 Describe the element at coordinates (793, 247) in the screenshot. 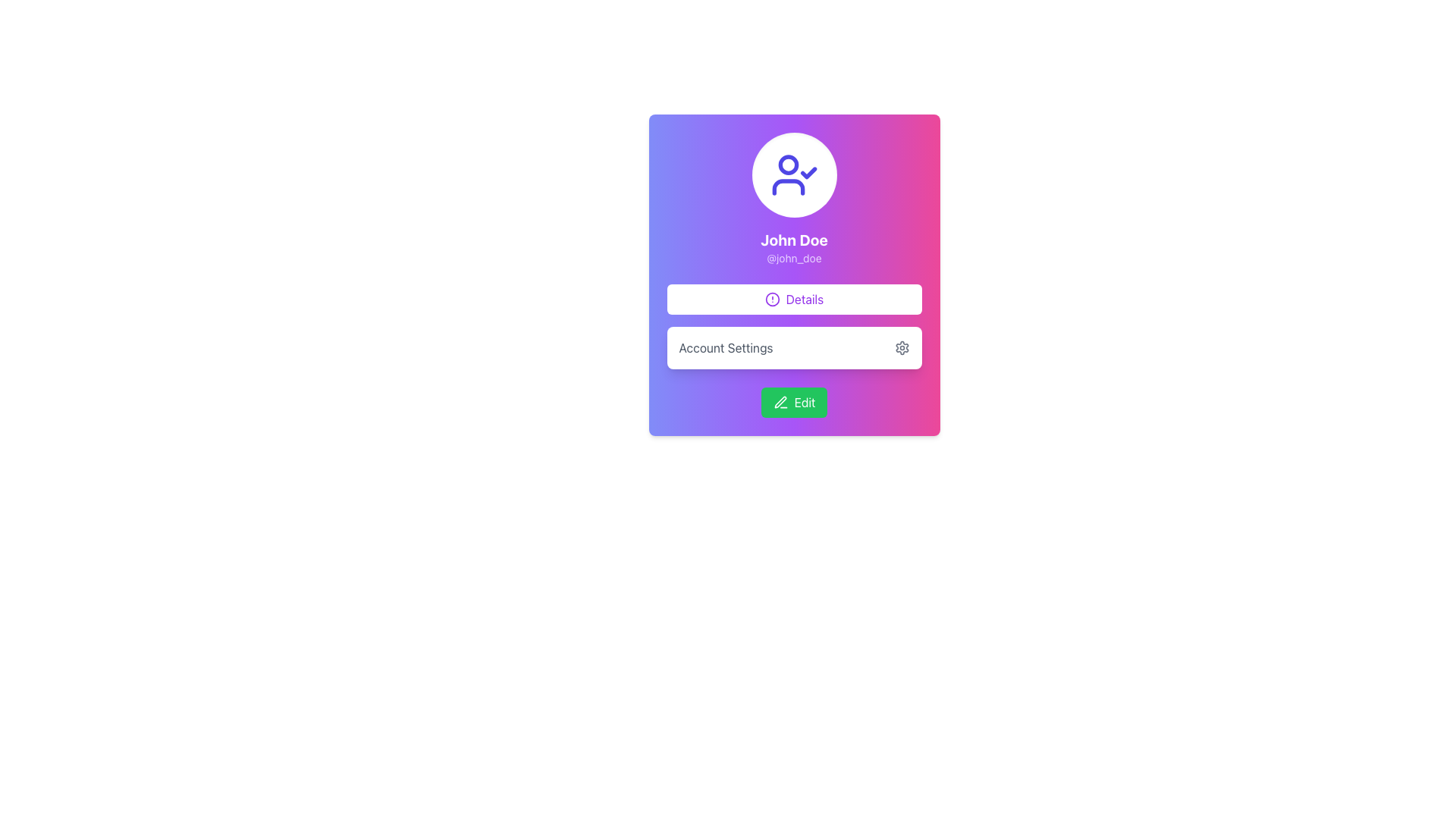

I see `the Text Display element that shows 'John Doe' in bold white font and '@john_doe' in smaller purple font, located centrally above the 'Details' button and below the user icon` at that location.